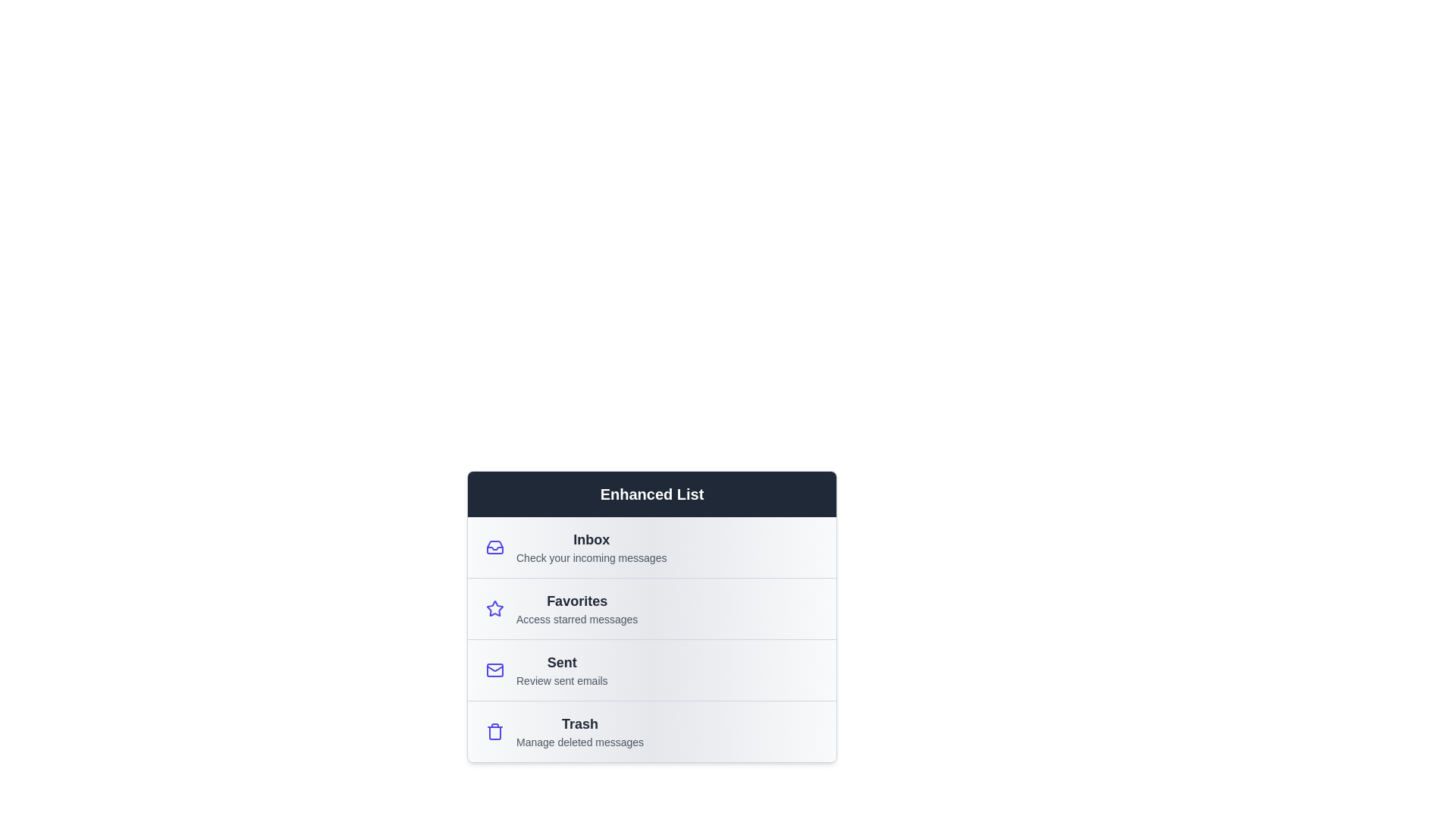 This screenshot has width=1456, height=819. What do you see at coordinates (576, 601) in the screenshot?
I see `the 'Favorites' text label, which is the second item in the 'Enhanced List' menu, positioned between 'Inbox' and 'Access starred messages'` at bounding box center [576, 601].